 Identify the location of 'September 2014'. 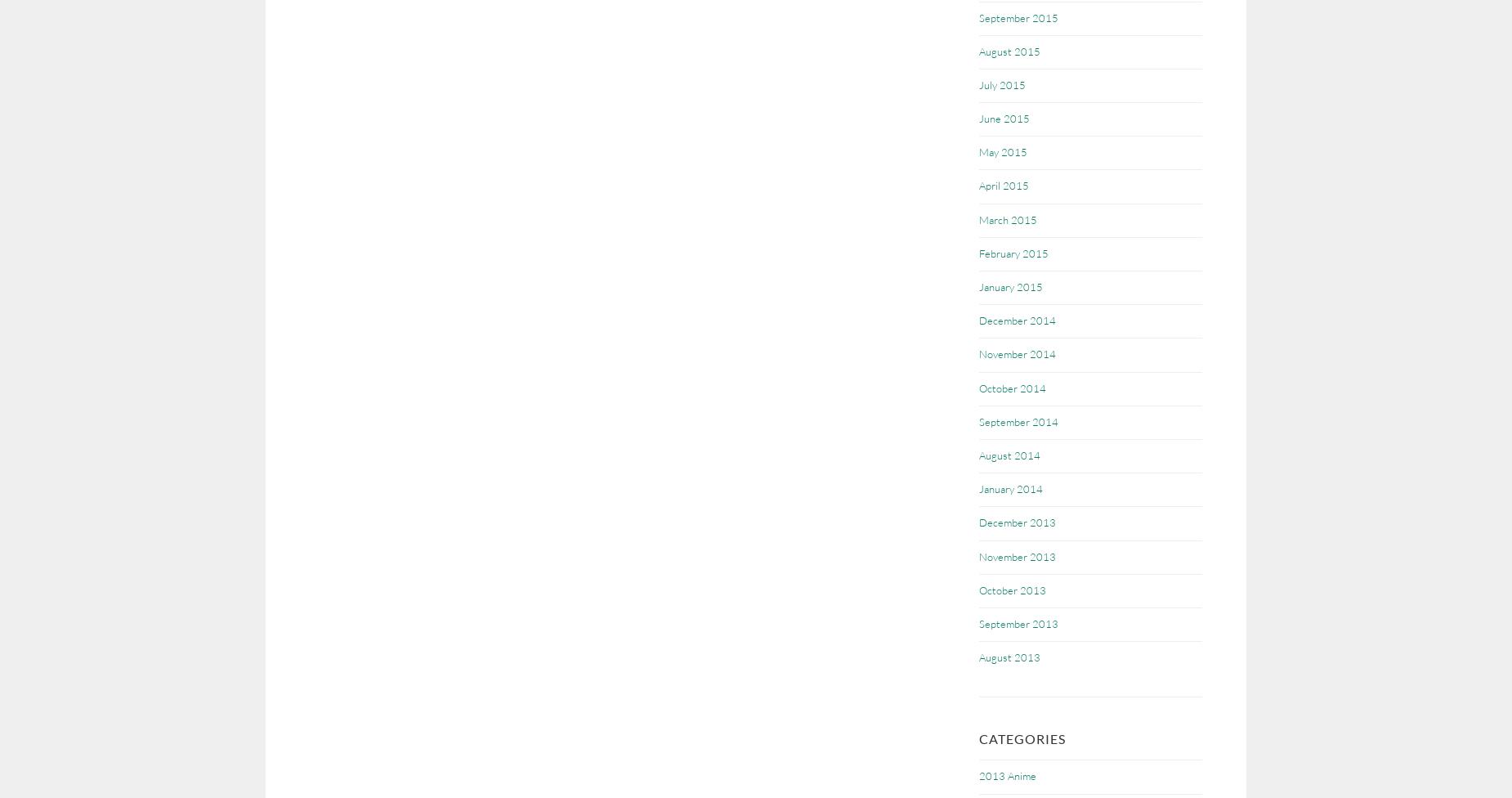
(1018, 421).